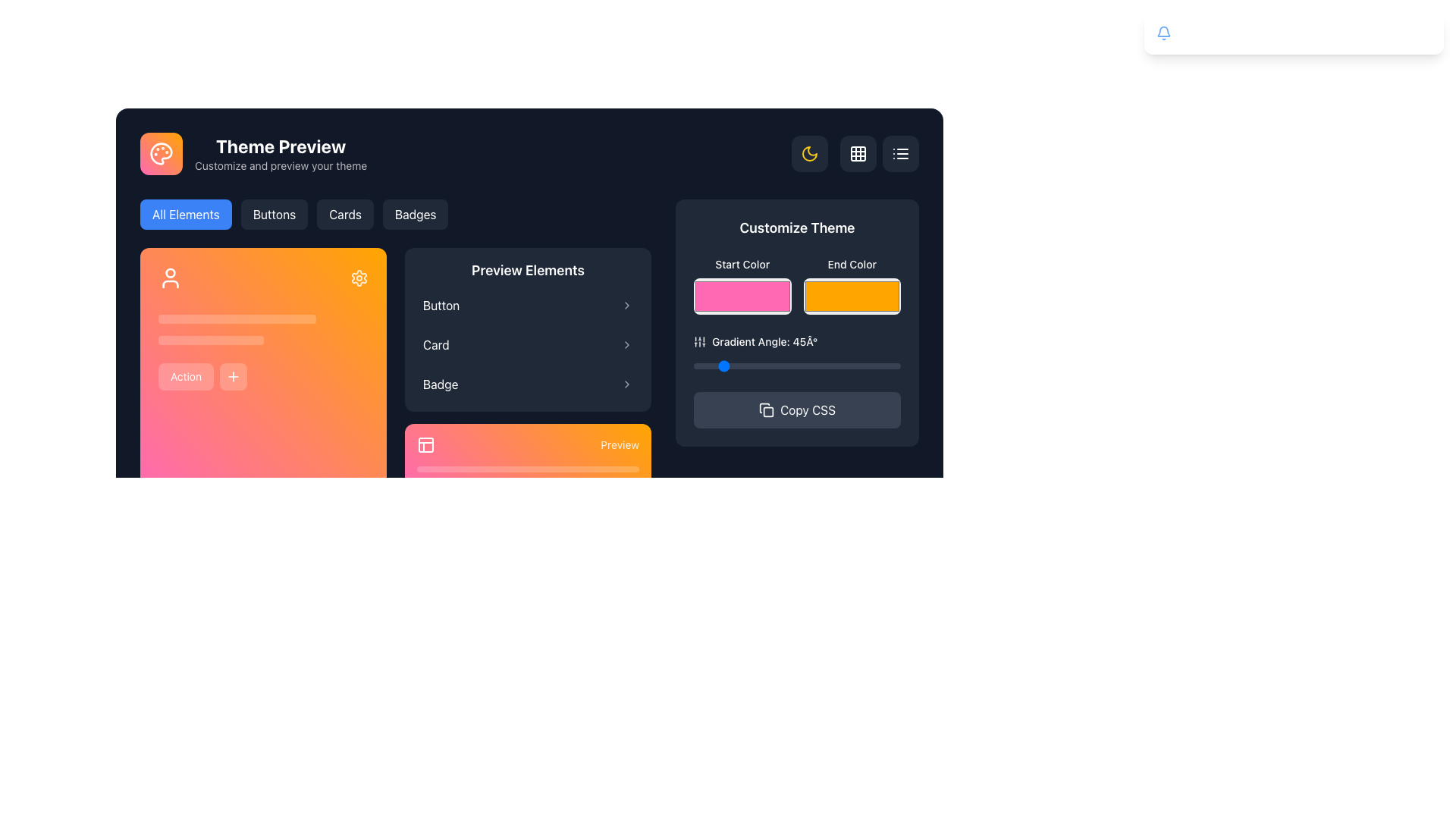 This screenshot has width=1456, height=819. Describe the element at coordinates (742, 263) in the screenshot. I see `the label indicating the start color in the Customize Theme section, which is located in the top-left corner above the color input field` at that location.